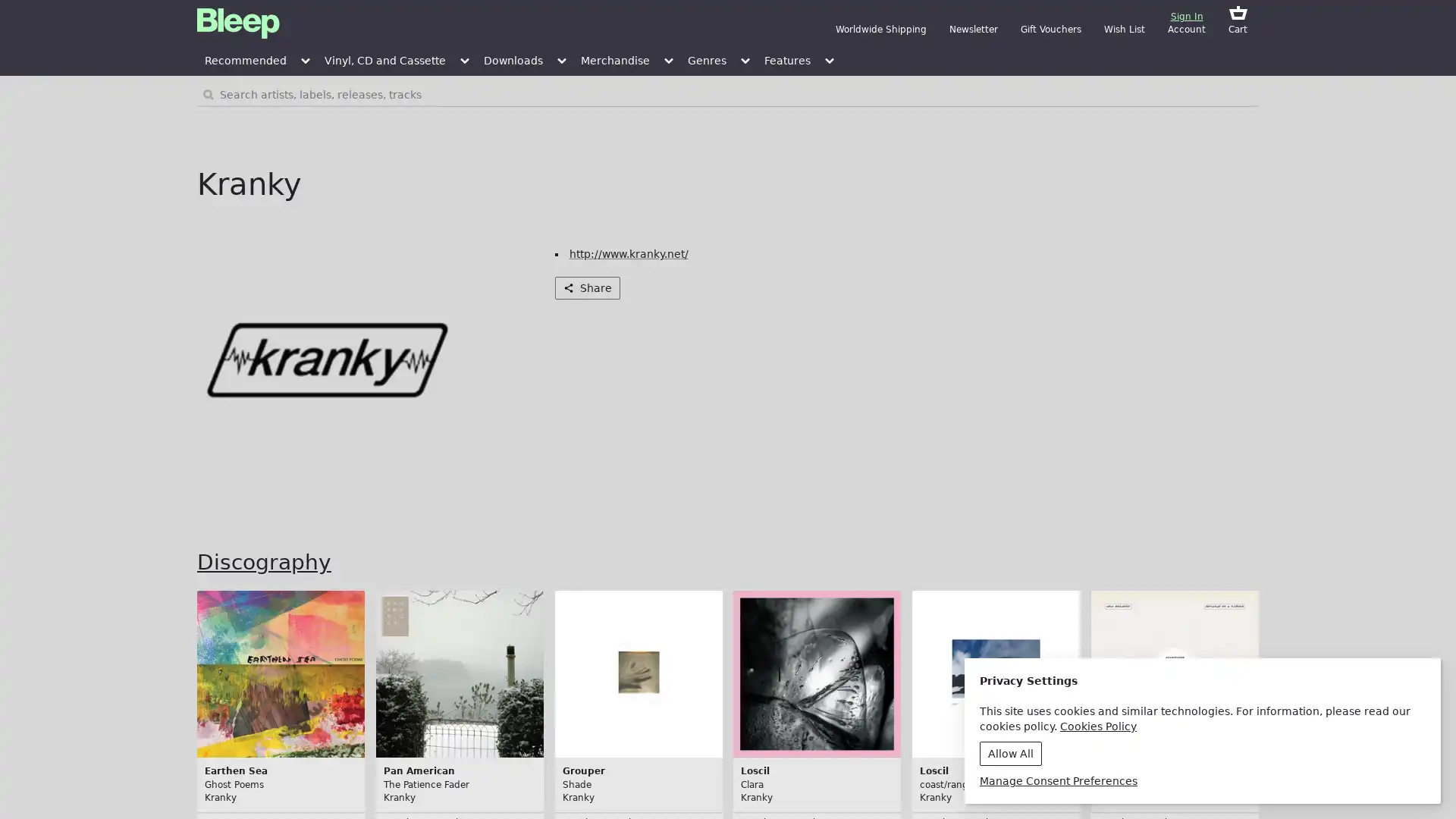  I want to click on Share, so click(585, 288).